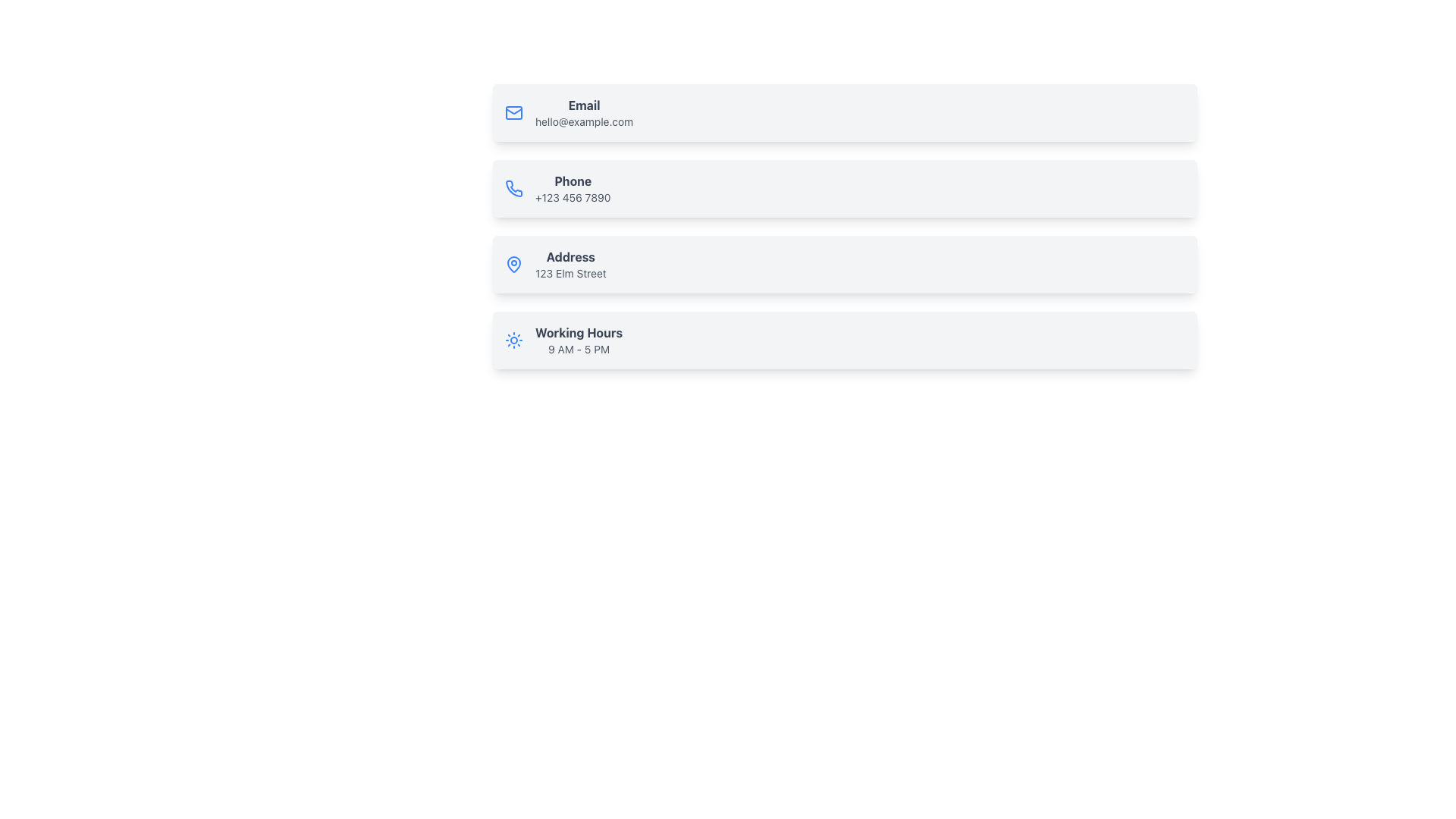 Image resolution: width=1456 pixels, height=819 pixels. Describe the element at coordinates (583, 112) in the screenshot. I see `displayed content of the static text block labeled 'Email' which shows the email address 'hello@example.com' in a light gray font, located within a light gray rounded rectangle` at that location.